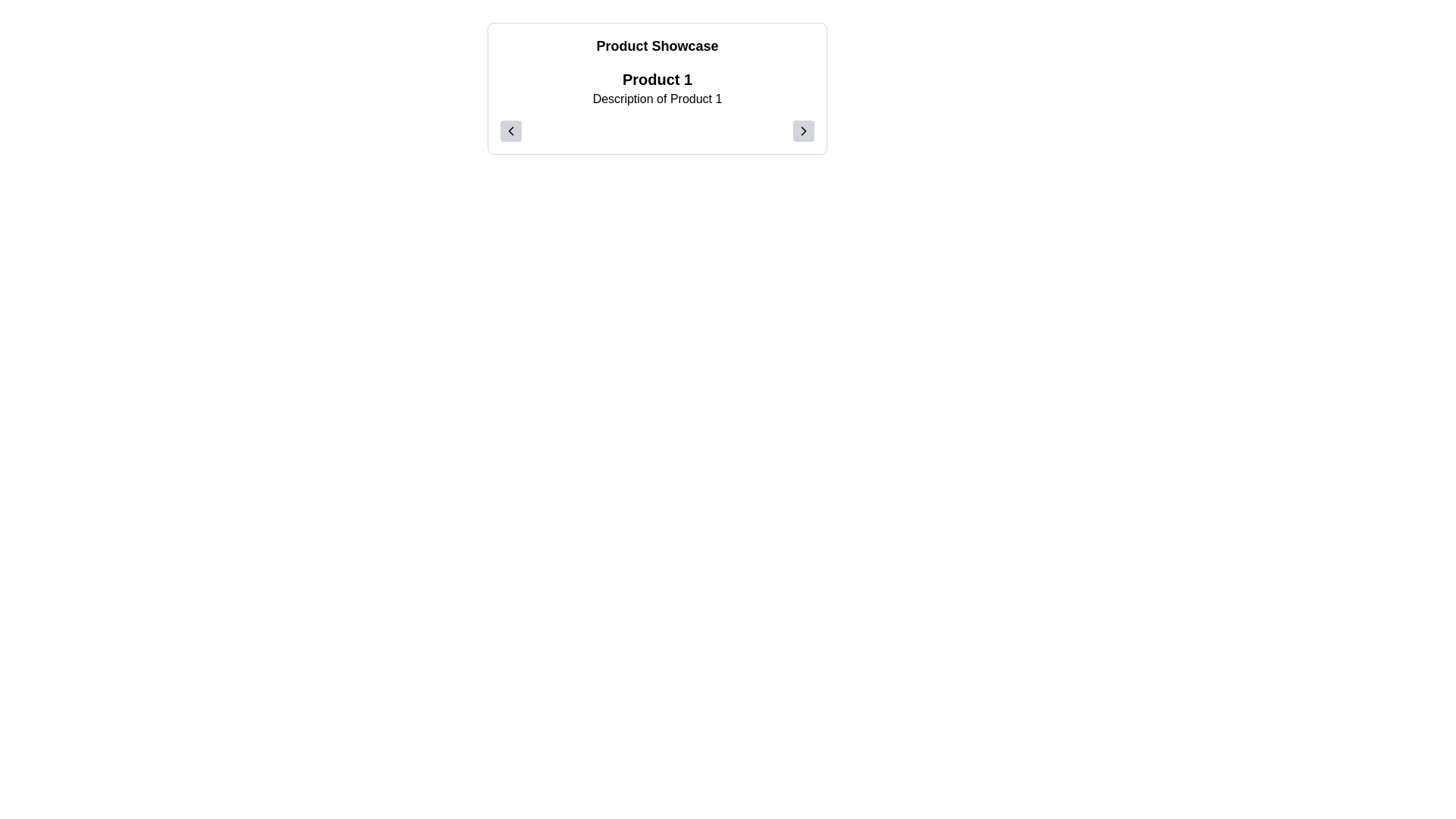 The image size is (1456, 819). I want to click on the header text element indicating the product showcase content, which is centrally aligned above the 'Product 1' text, so click(657, 45).